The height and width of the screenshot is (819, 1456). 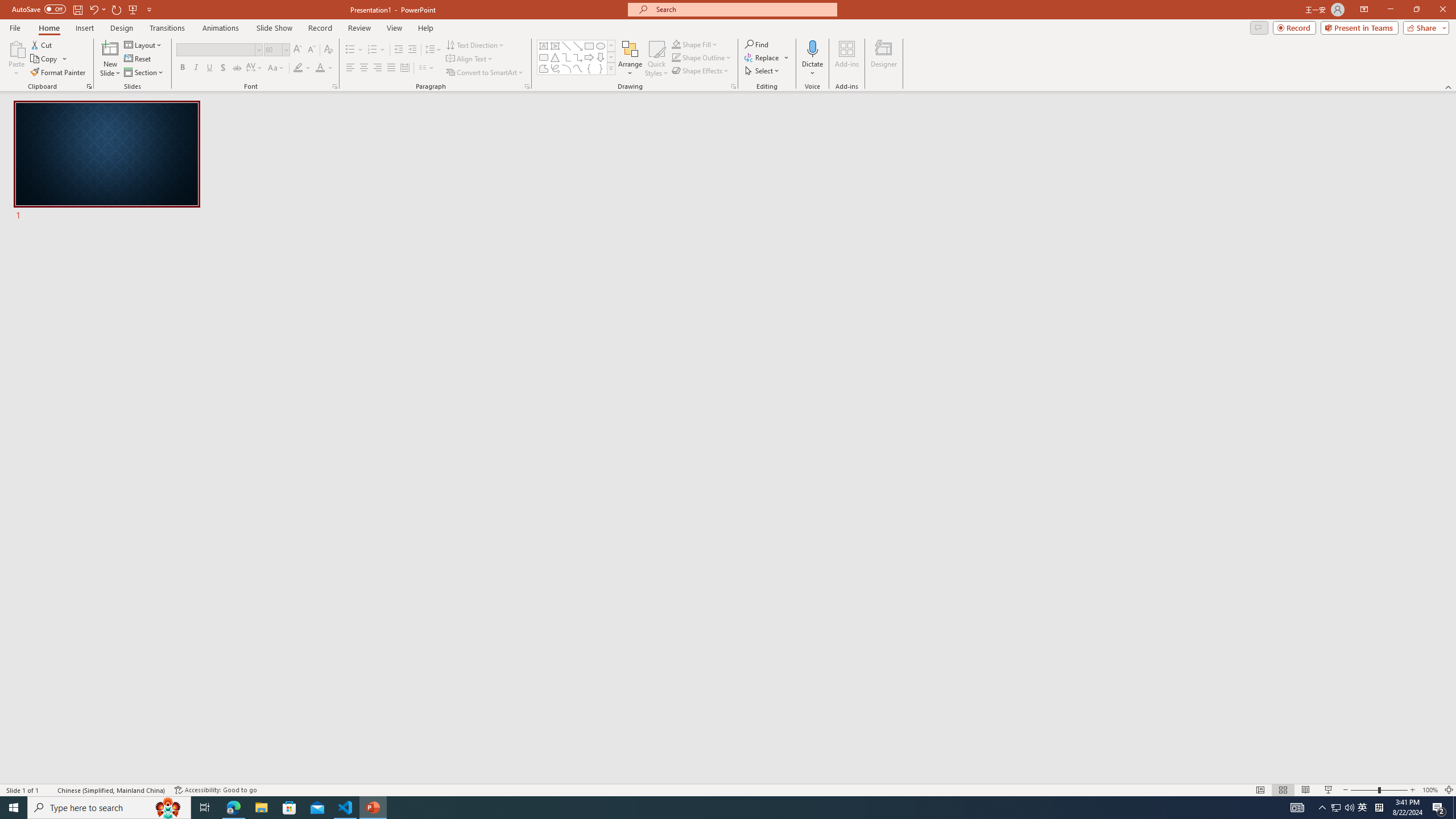 What do you see at coordinates (600, 56) in the screenshot?
I see `'Arrow: Down'` at bounding box center [600, 56].